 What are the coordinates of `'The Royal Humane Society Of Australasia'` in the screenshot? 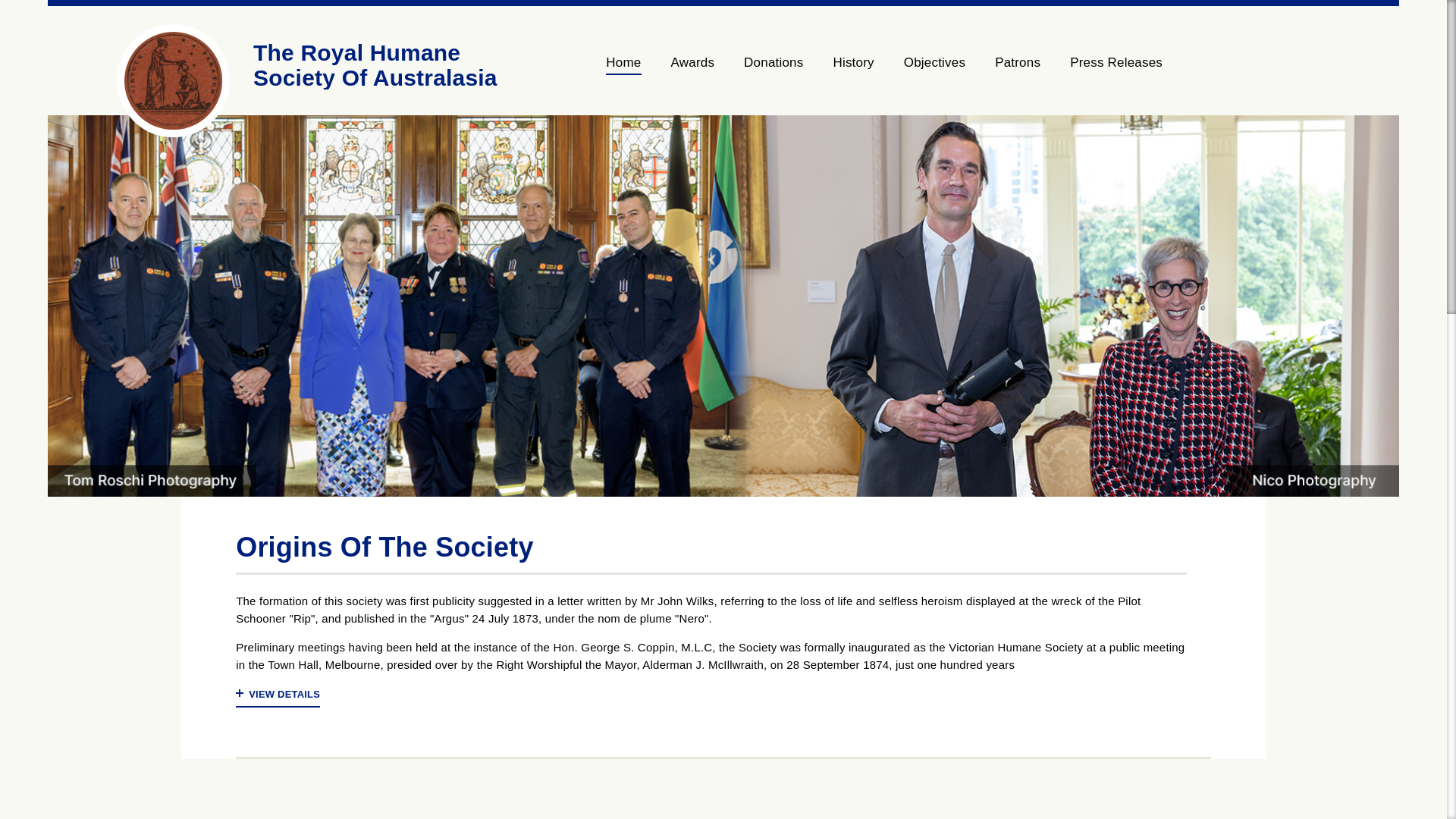 It's located at (375, 64).